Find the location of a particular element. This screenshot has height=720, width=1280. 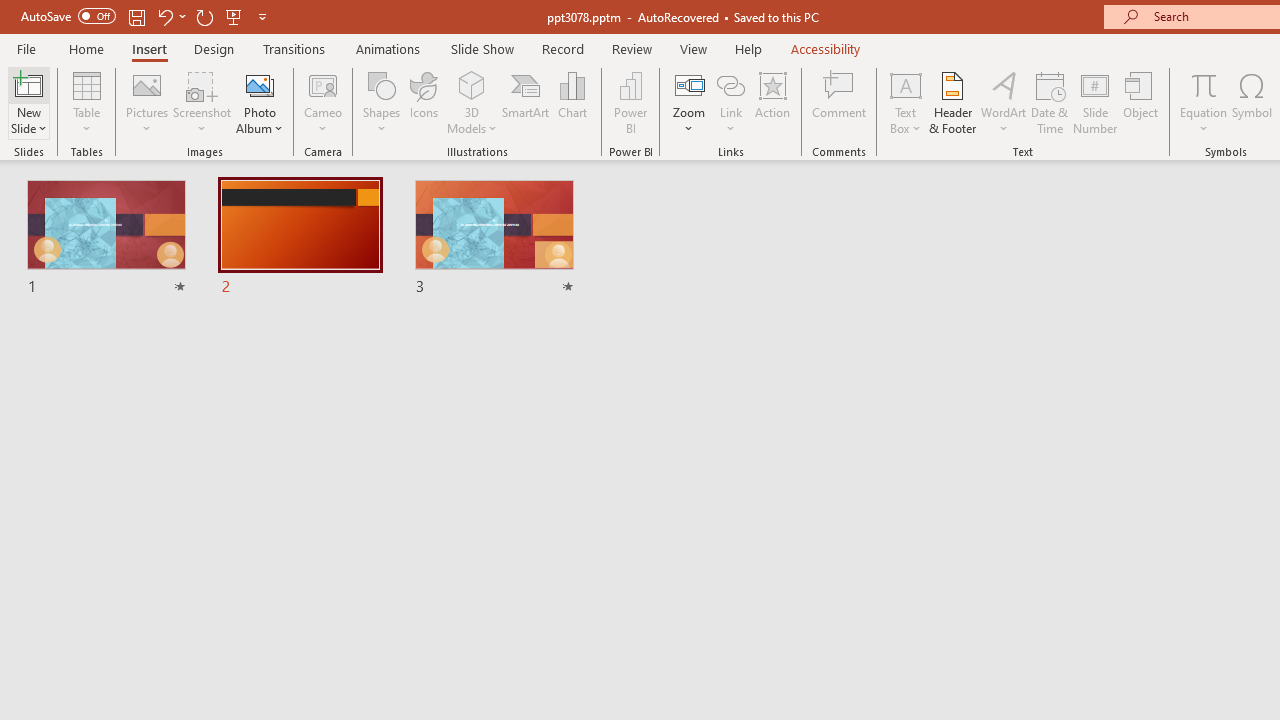

'Draw Horizontal Text Box' is located at coordinates (904, 84).